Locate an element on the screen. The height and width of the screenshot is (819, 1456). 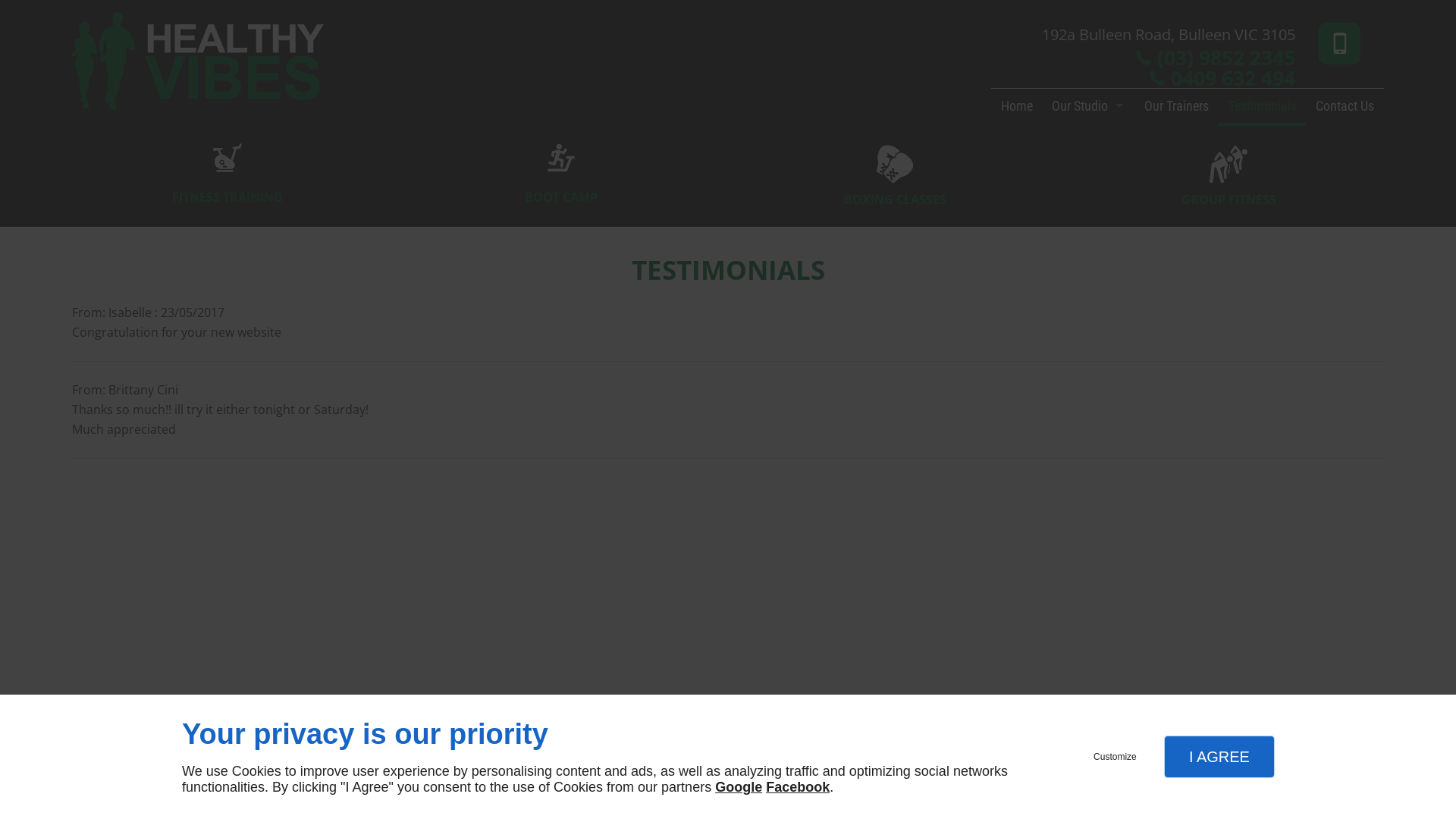
'Testimonials' is located at coordinates (1263, 106).